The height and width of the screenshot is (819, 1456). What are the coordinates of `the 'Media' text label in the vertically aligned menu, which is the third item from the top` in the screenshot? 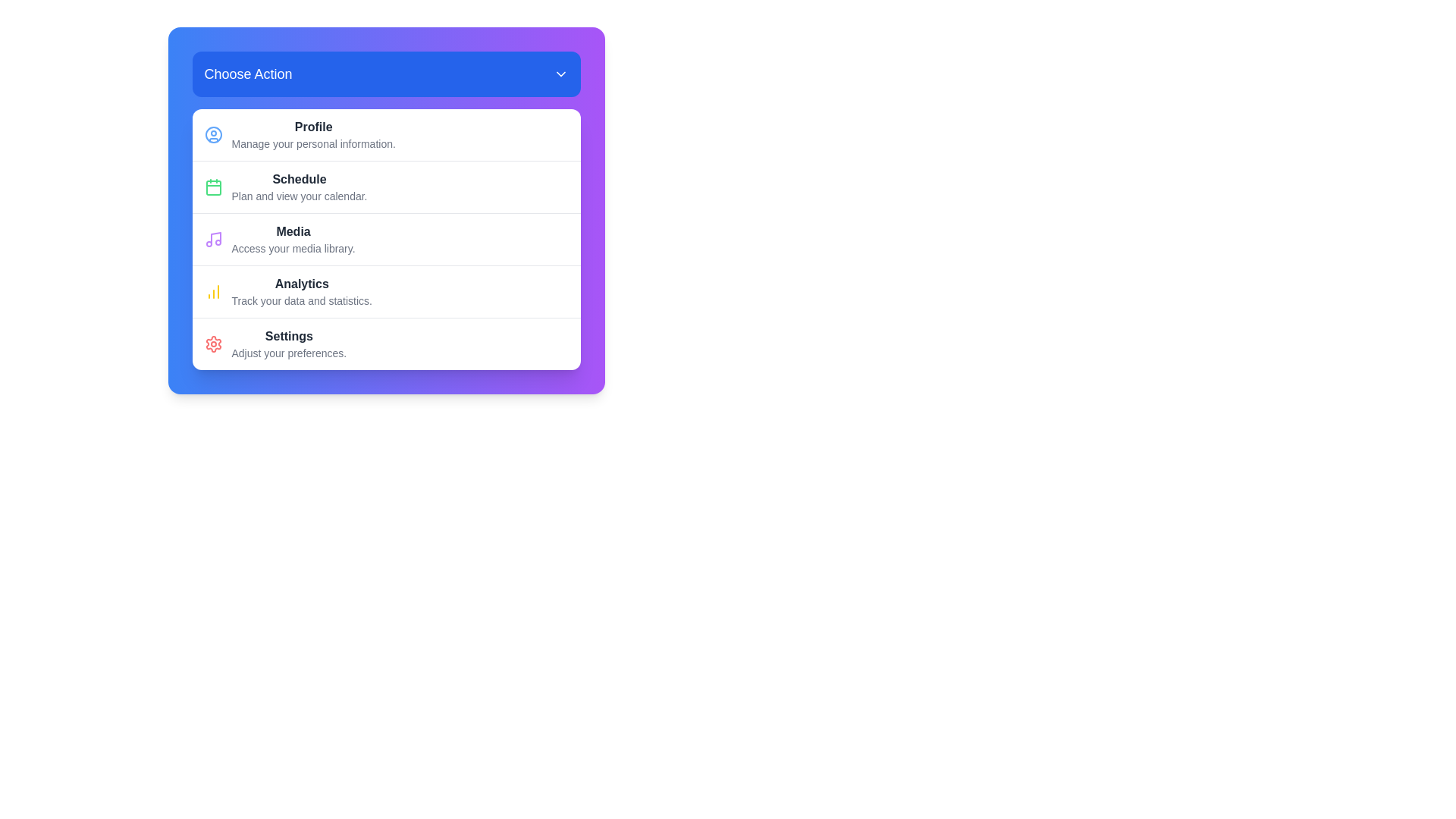 It's located at (293, 239).